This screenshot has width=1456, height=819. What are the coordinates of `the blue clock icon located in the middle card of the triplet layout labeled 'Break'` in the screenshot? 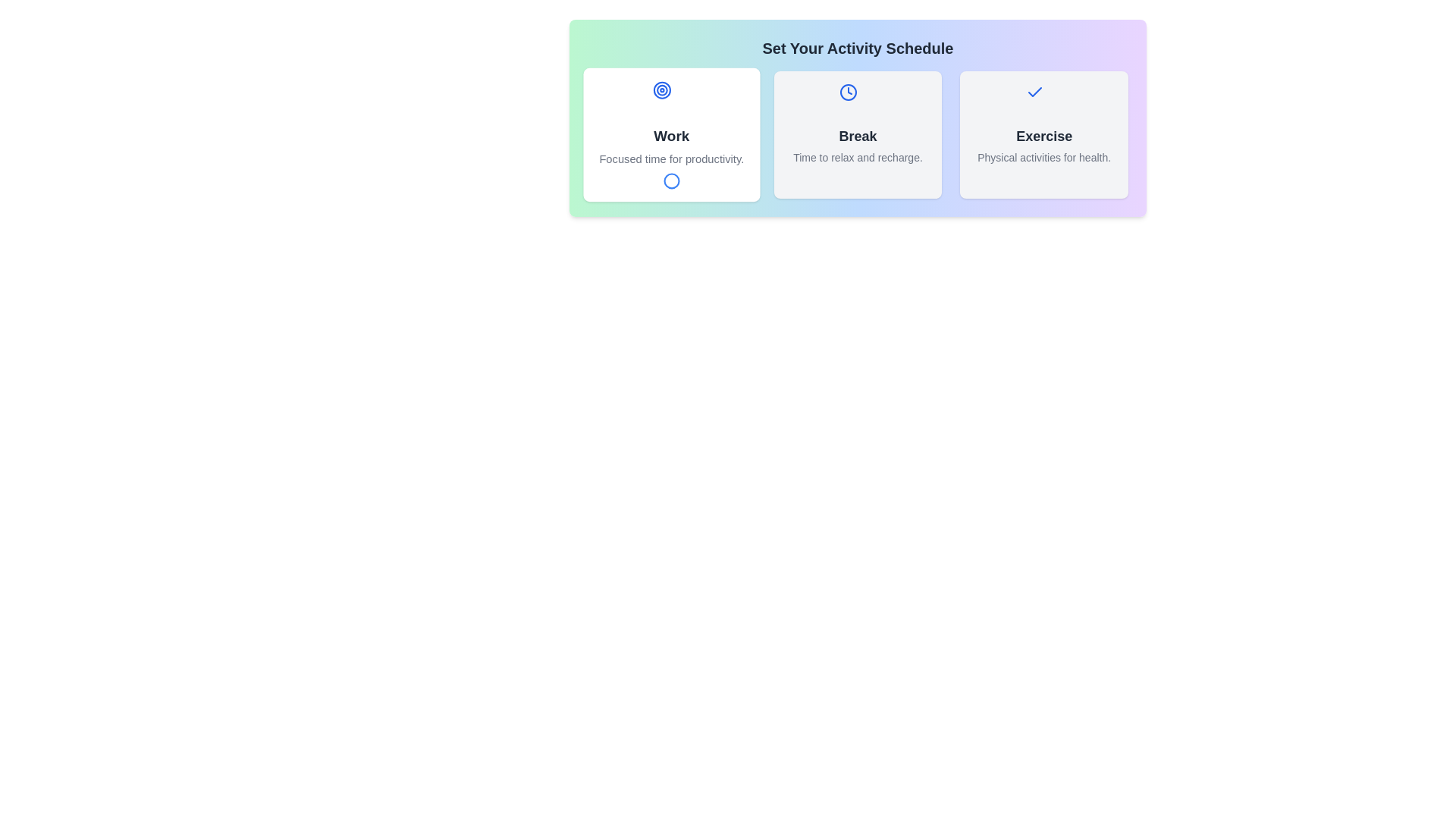 It's located at (848, 93).